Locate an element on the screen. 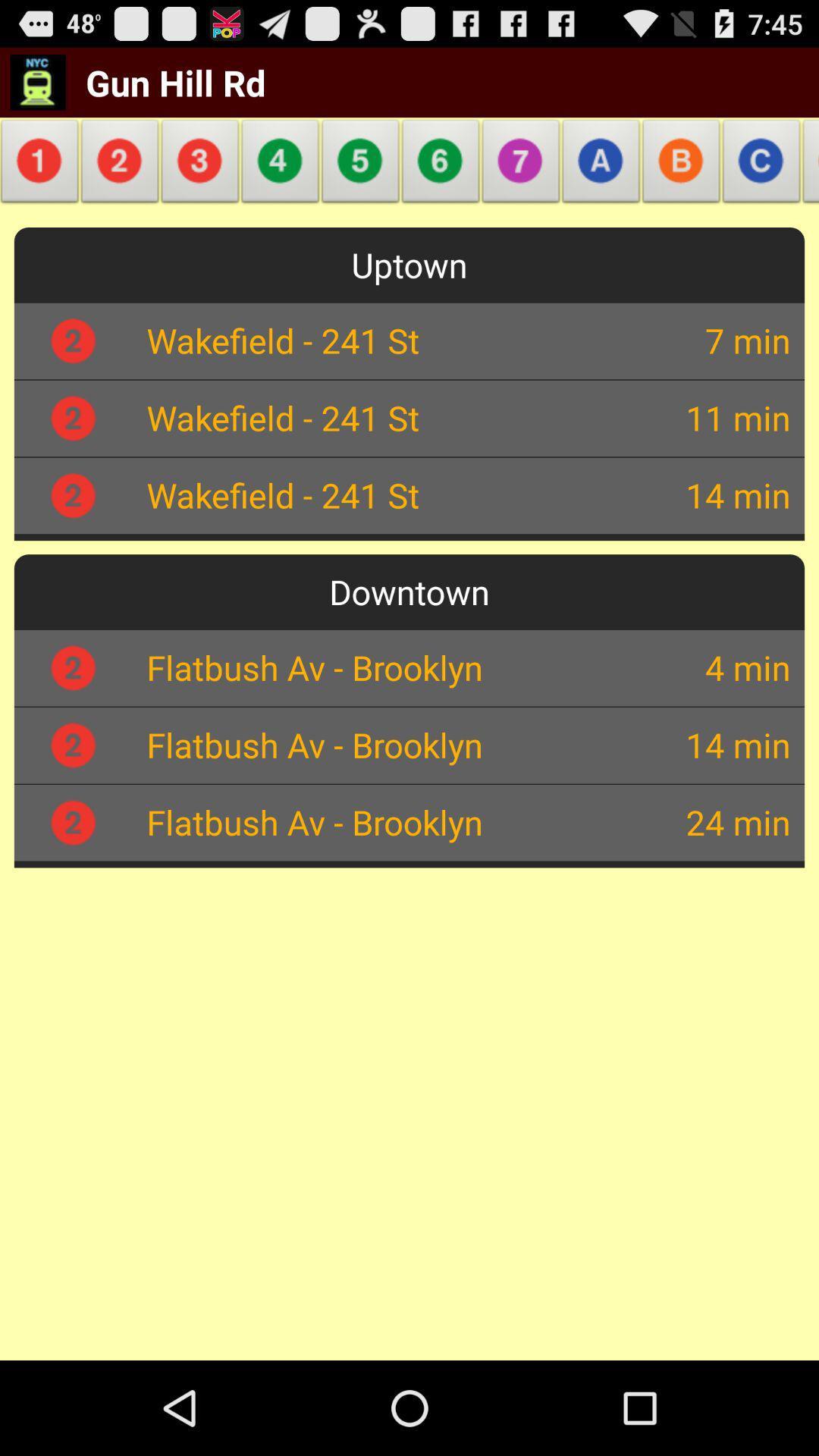 The width and height of the screenshot is (819, 1456). the icon above uptown icon is located at coordinates (281, 165).